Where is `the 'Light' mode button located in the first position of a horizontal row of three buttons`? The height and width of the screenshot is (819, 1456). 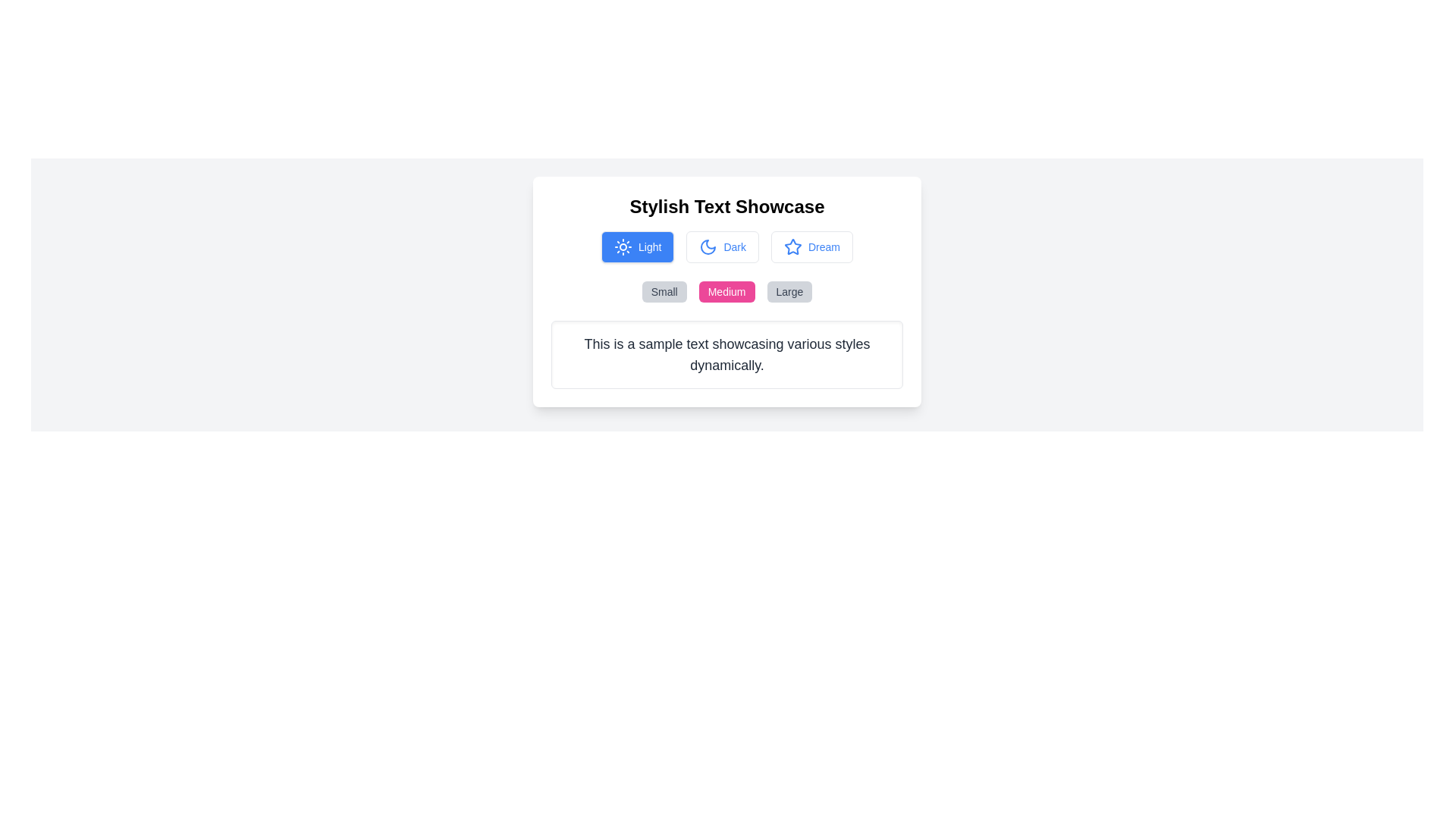
the 'Light' mode button located in the first position of a horizontal row of three buttons is located at coordinates (638, 246).